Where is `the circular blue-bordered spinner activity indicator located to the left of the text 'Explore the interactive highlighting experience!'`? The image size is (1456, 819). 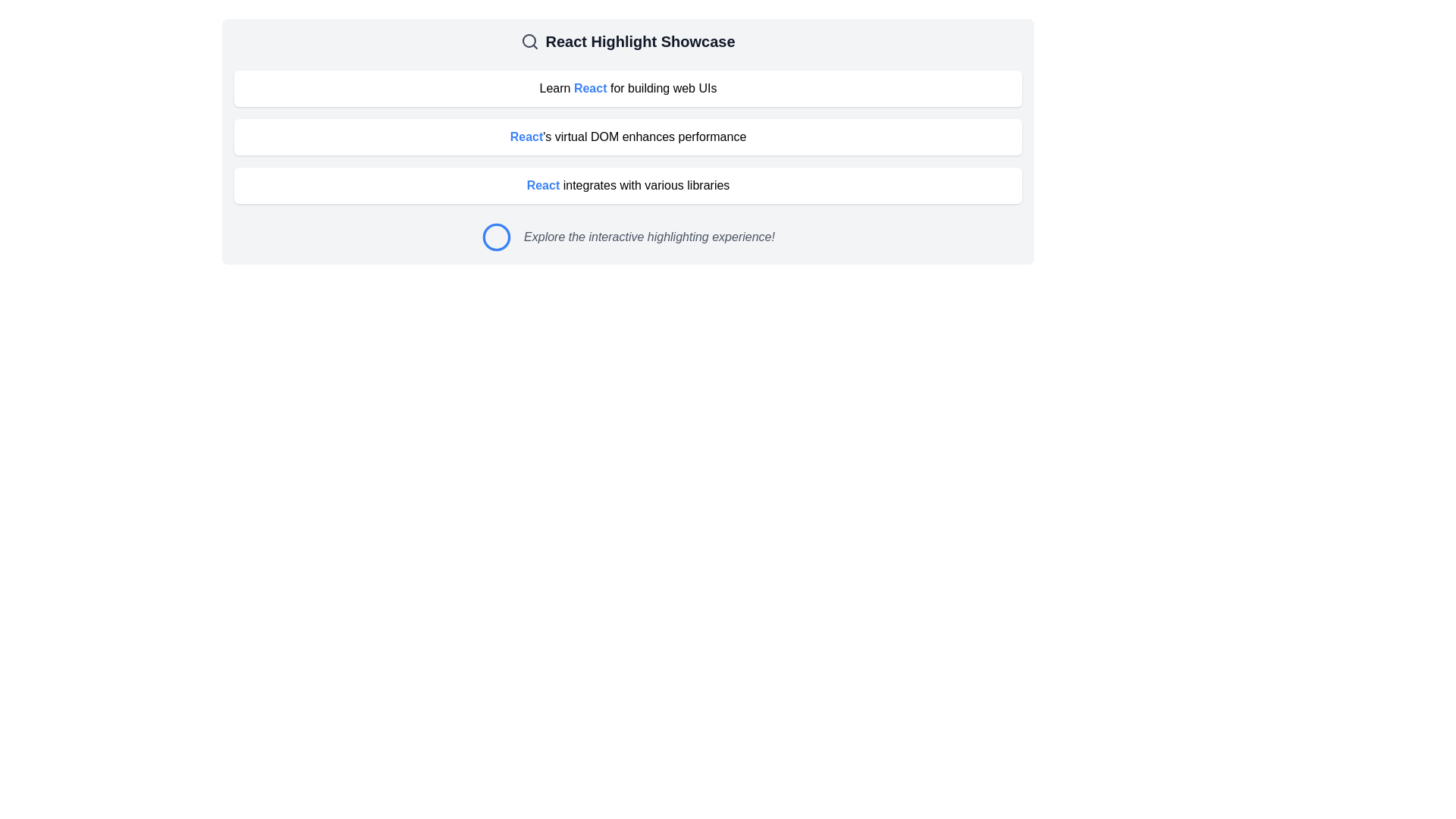 the circular blue-bordered spinner activity indicator located to the left of the text 'Explore the interactive highlighting experience!' is located at coordinates (497, 237).